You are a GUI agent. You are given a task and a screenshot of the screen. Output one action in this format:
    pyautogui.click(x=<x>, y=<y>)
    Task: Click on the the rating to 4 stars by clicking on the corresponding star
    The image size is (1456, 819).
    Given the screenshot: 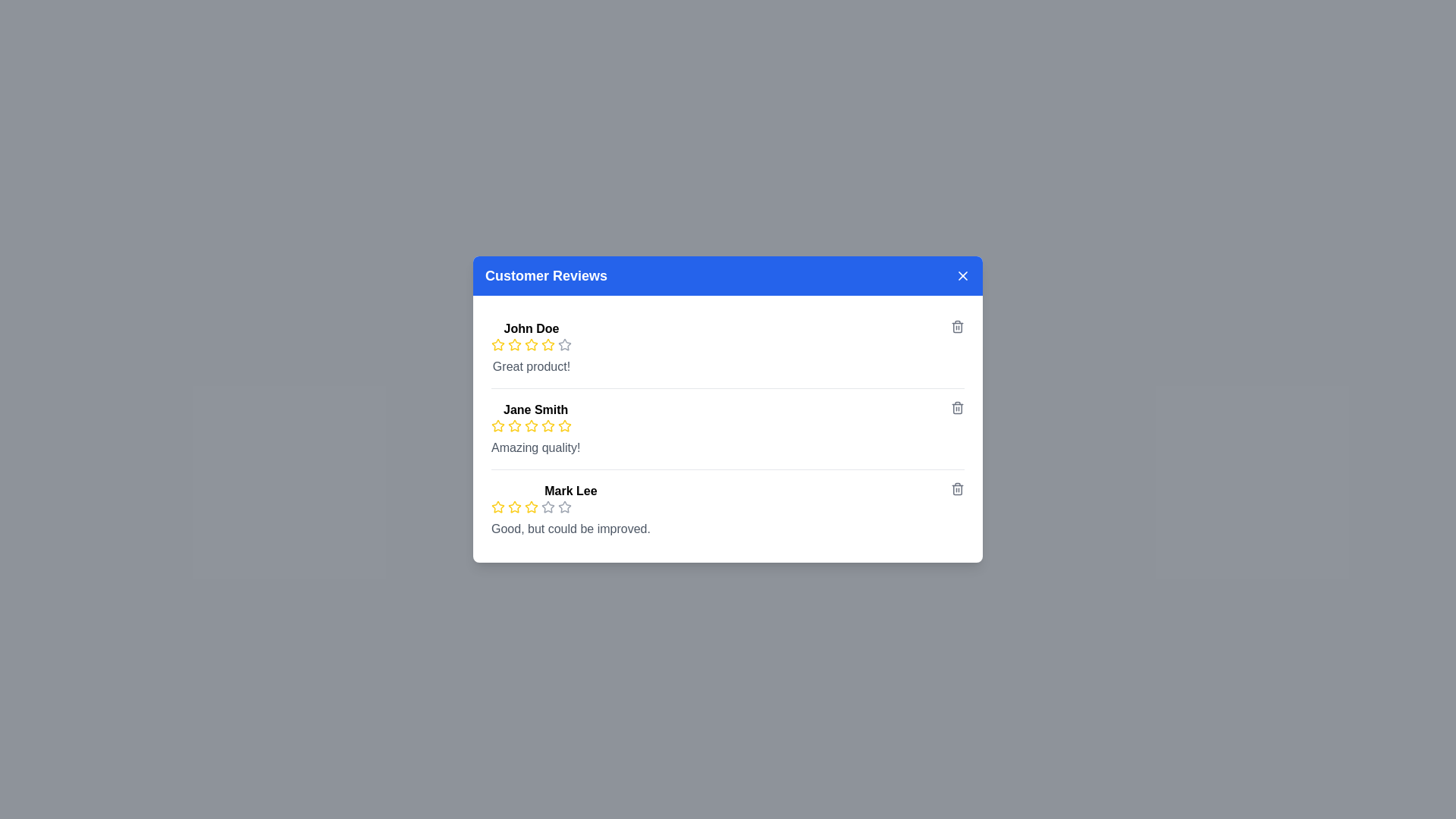 What is the action you would take?
    pyautogui.click(x=548, y=345)
    